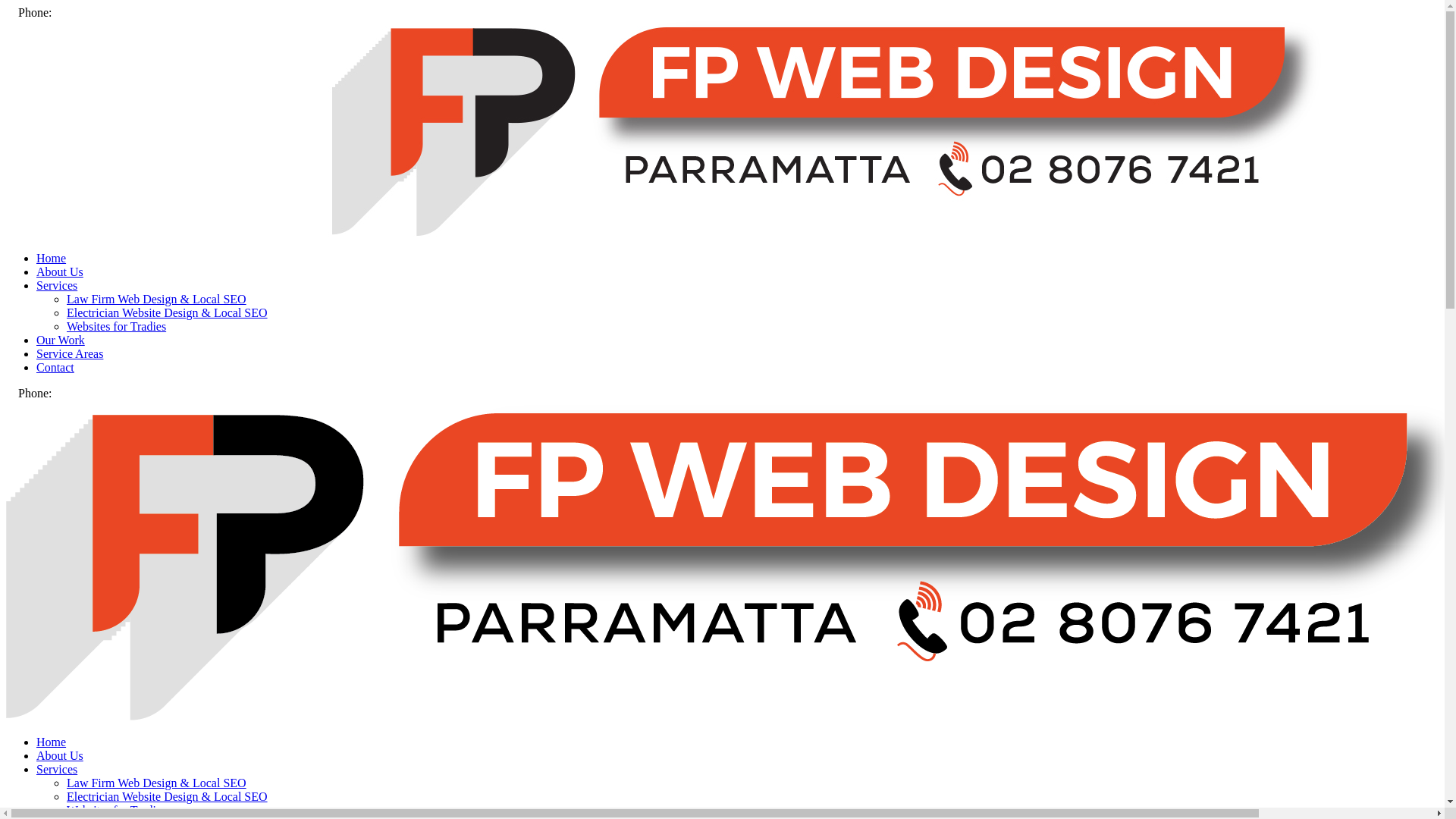 This screenshot has height=819, width=1456. I want to click on 'Our Work', so click(36, 339).